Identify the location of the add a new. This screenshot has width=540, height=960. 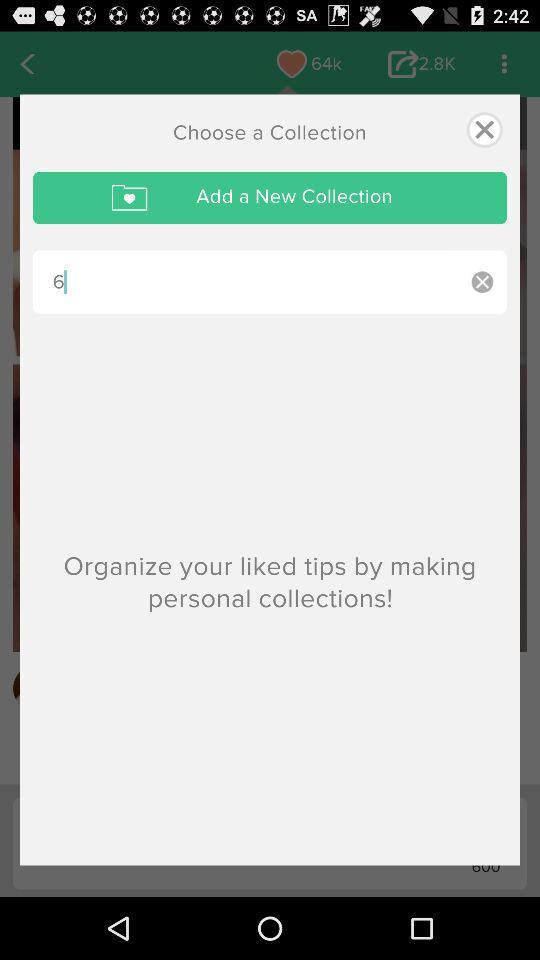
(270, 197).